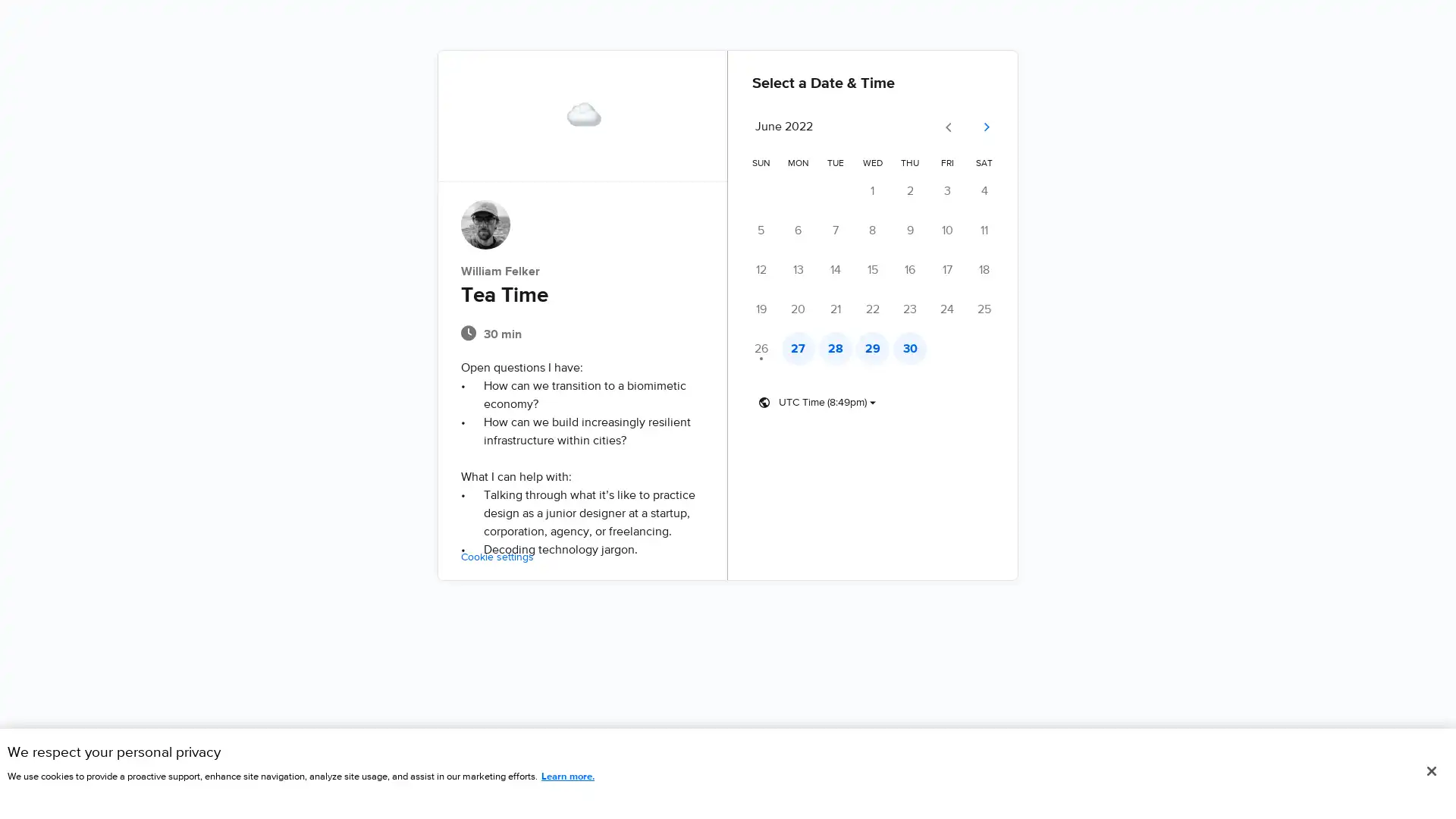 The height and width of the screenshot is (819, 1456). I want to click on Wednesday, June 29 - Times available, so click(878, 348).